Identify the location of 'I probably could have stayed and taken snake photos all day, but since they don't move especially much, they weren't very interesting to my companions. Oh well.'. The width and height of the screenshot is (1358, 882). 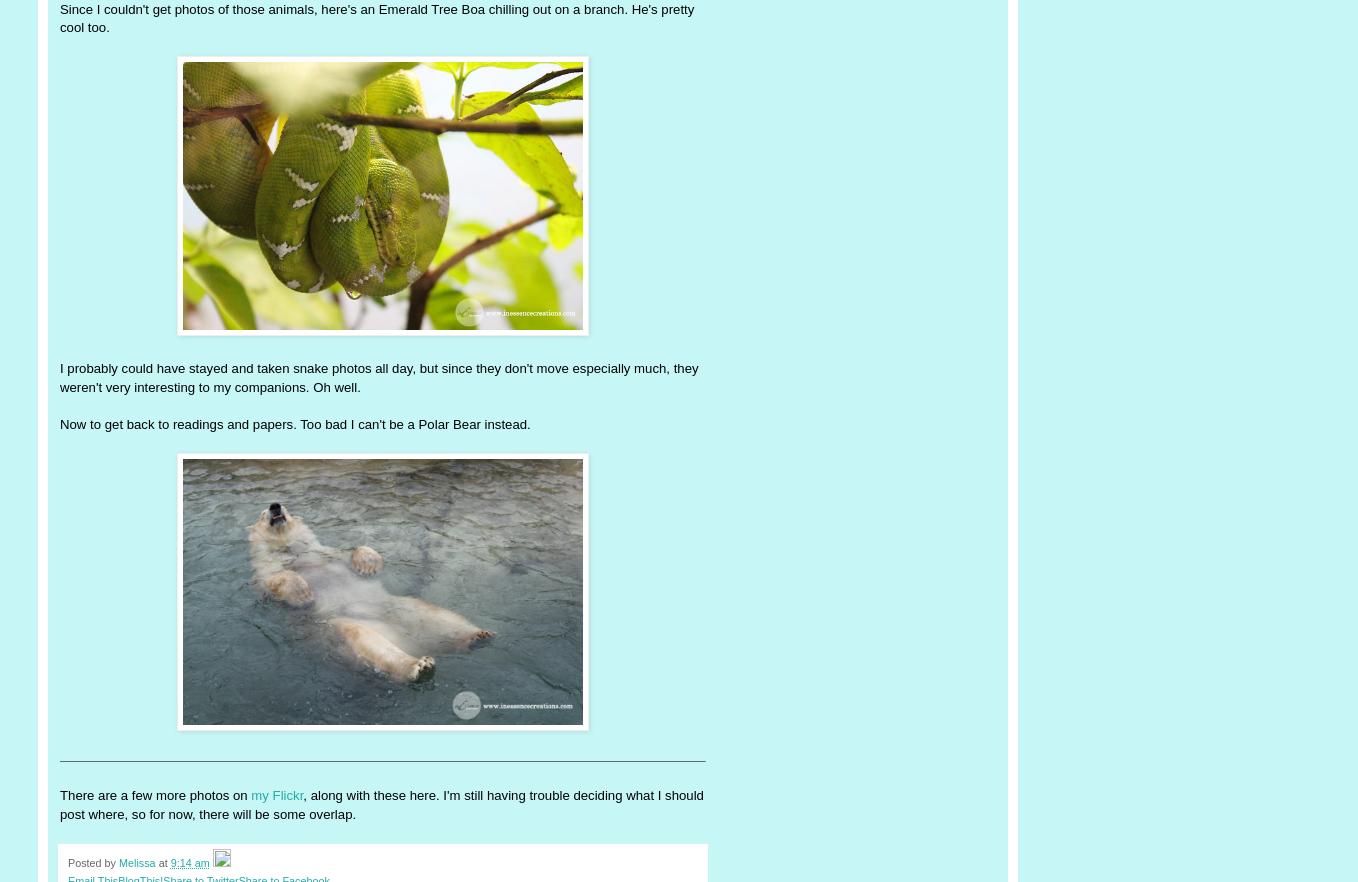
(60, 376).